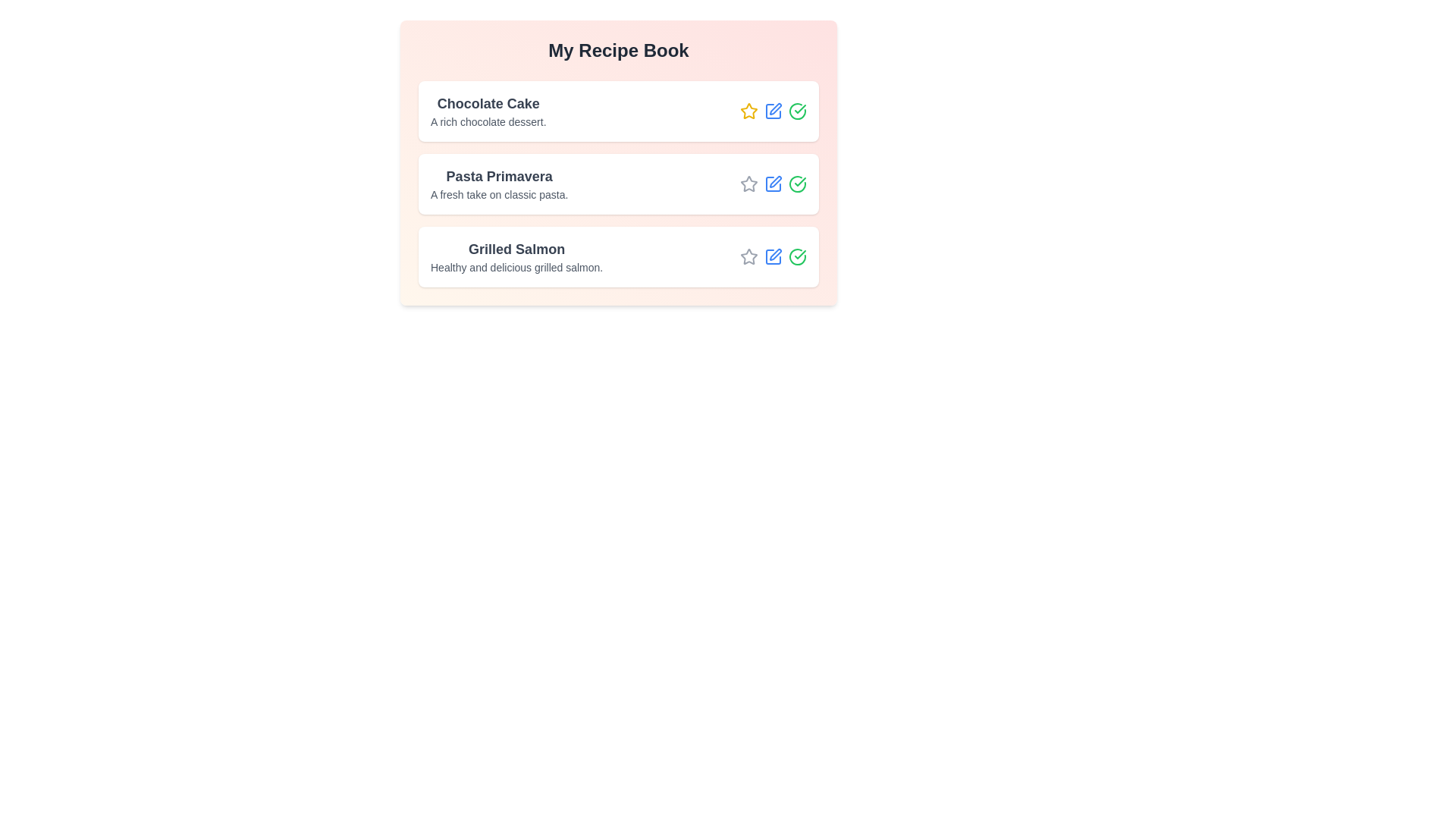  Describe the element at coordinates (796, 184) in the screenshot. I see `checkmark icon for the recipe titled Pasta Primavera to mark it as completed` at that location.